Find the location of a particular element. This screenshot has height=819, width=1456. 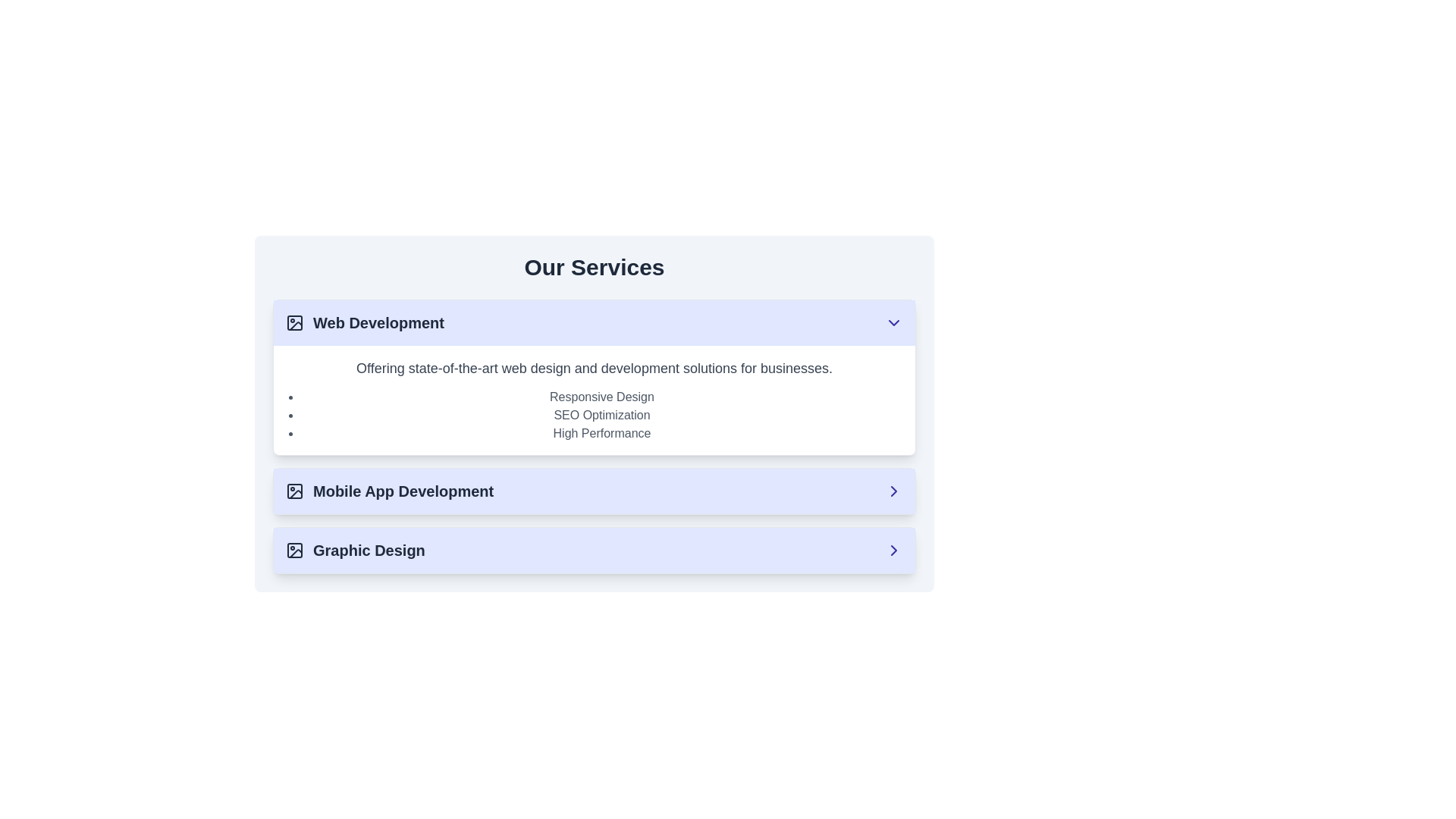

the text element that states 'Offering state-of-the-art web design and development solutions for businesses.' located at the top of the 'Web Development' expandable panel is located at coordinates (593, 369).